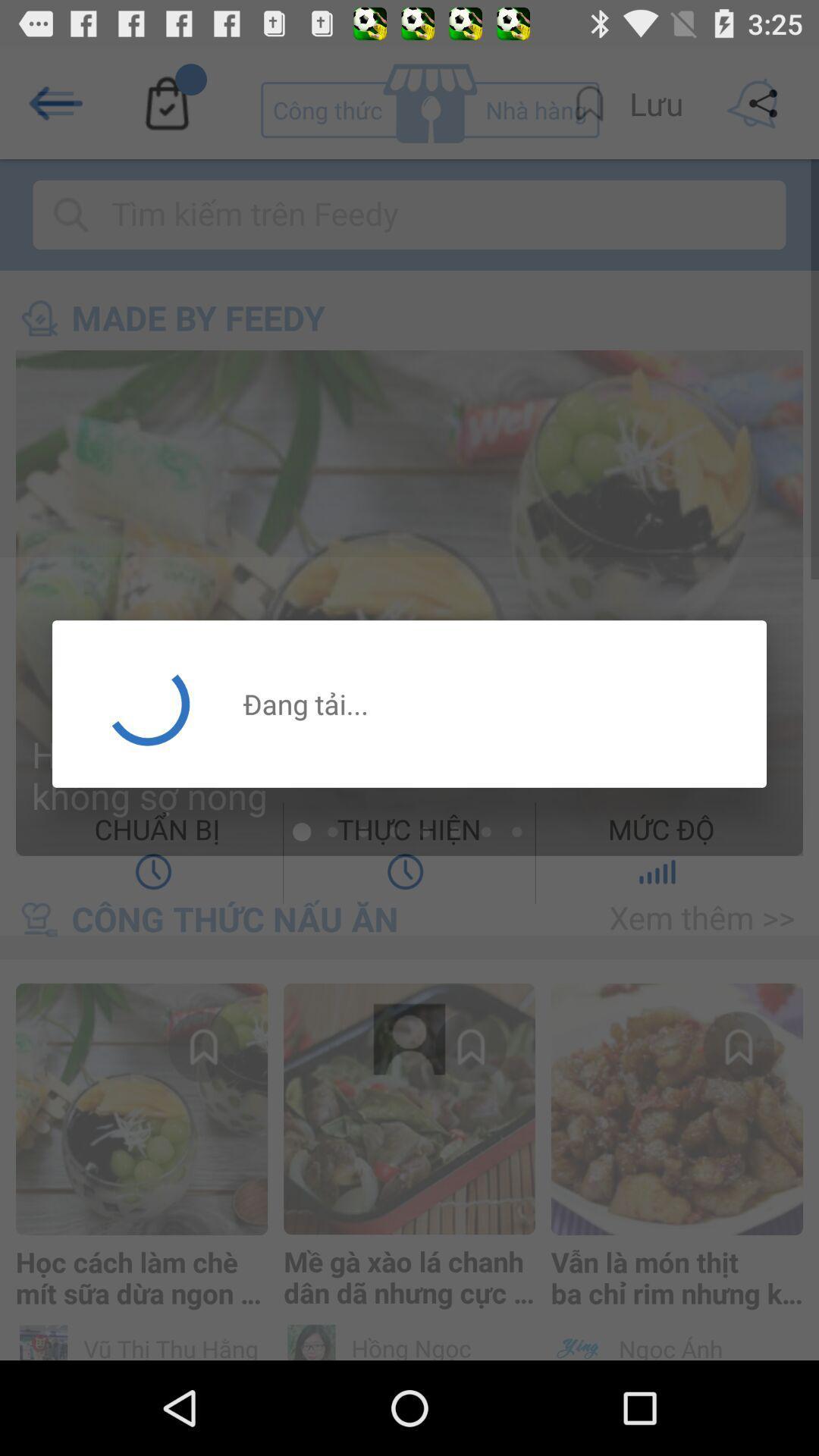 The height and width of the screenshot is (1456, 819). I want to click on the share icon, so click(763, 102).